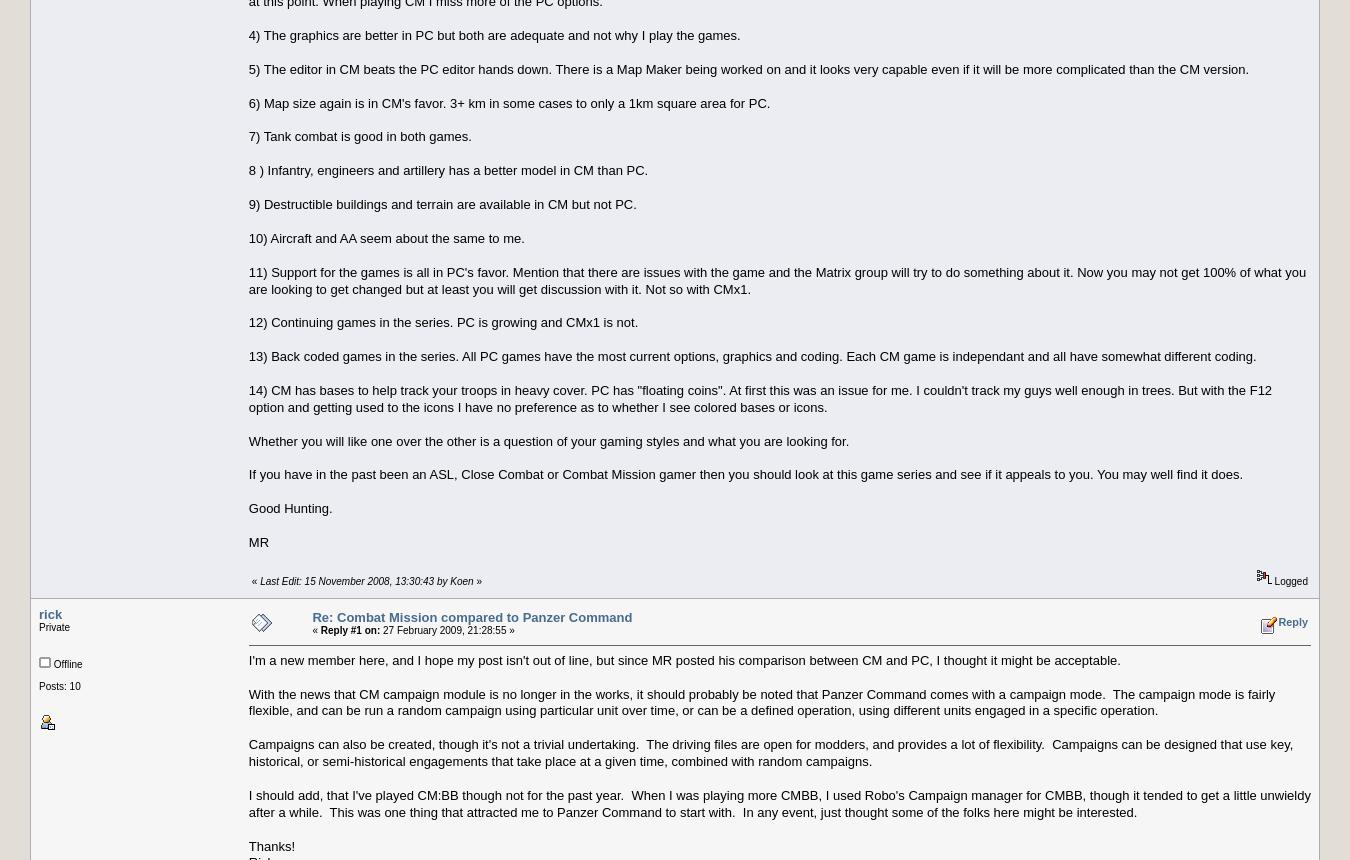  Describe the element at coordinates (1289, 580) in the screenshot. I see `'Logged'` at that location.